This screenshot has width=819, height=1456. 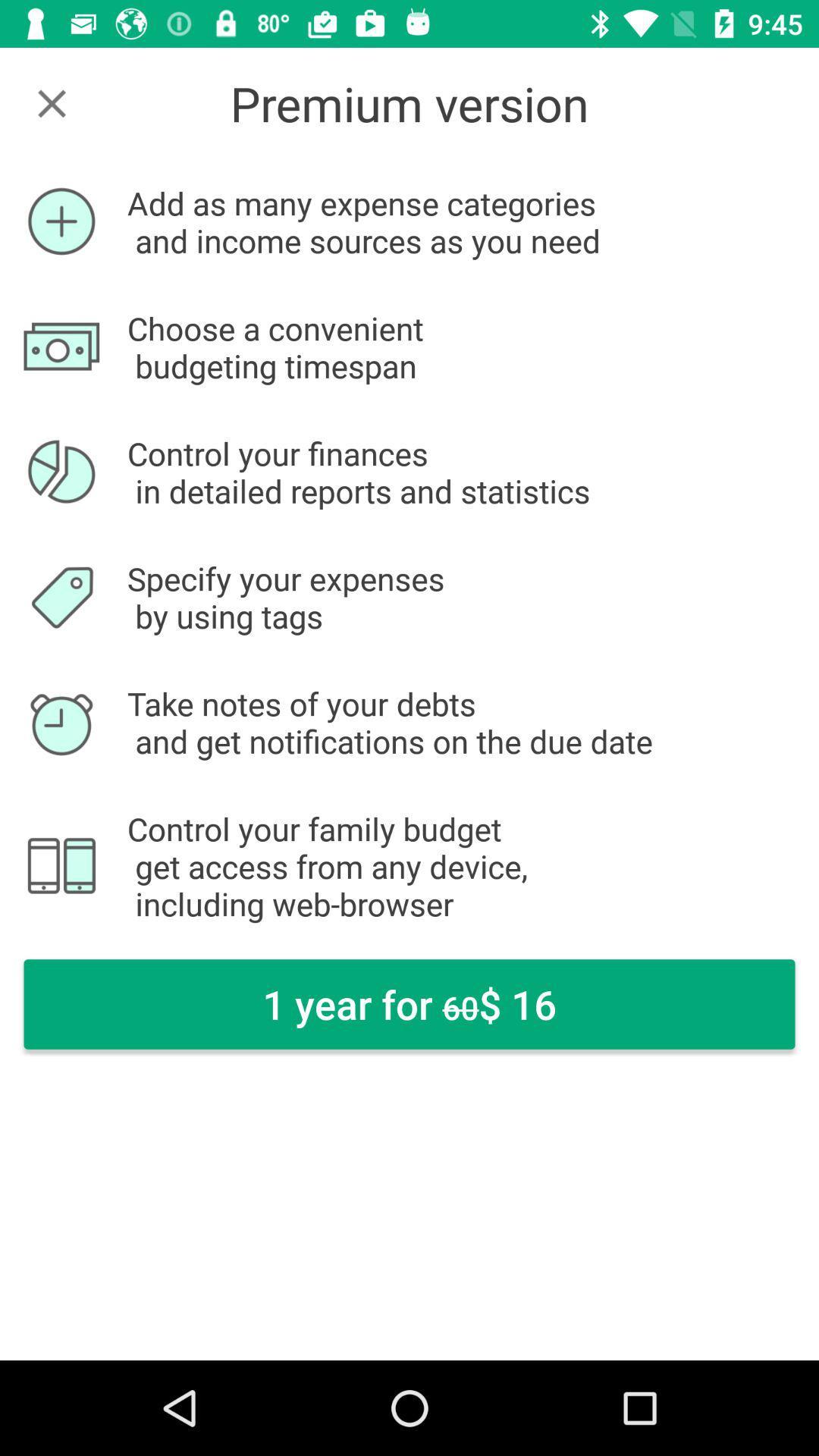 What do you see at coordinates (51, 102) in the screenshot?
I see `pointing to close screen` at bounding box center [51, 102].